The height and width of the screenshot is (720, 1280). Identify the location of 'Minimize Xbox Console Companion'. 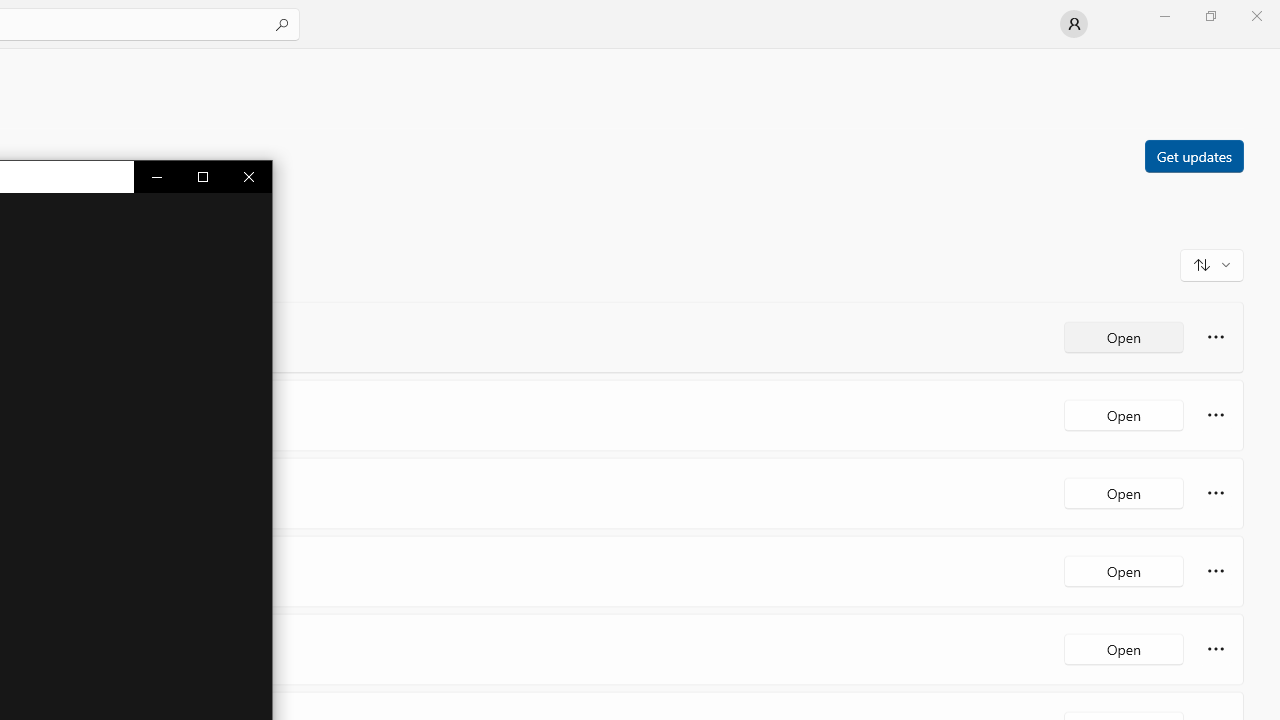
(156, 176).